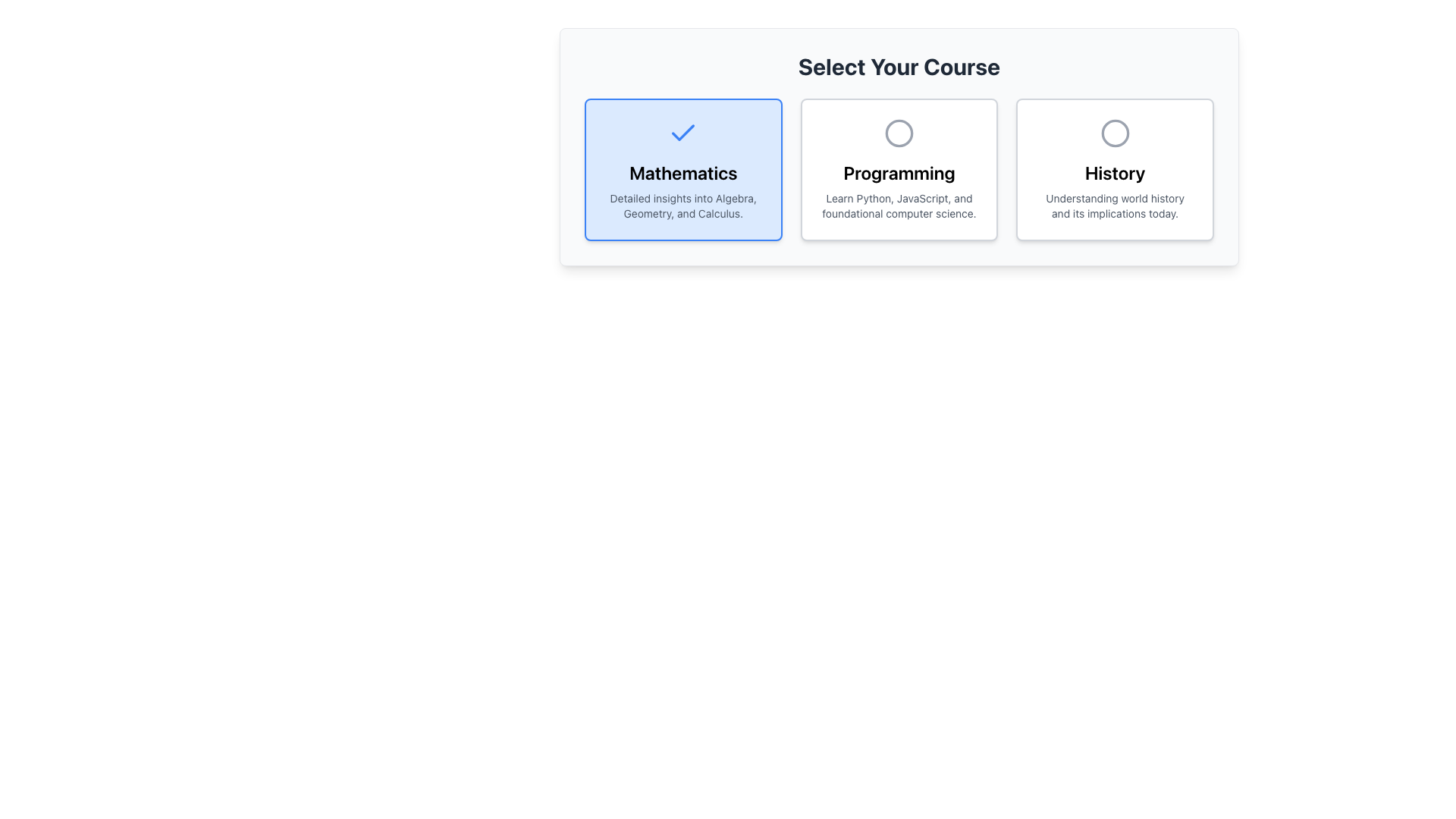 The height and width of the screenshot is (819, 1456). What do you see at coordinates (899, 206) in the screenshot?
I see `text block that contains 'Learn Python, JavaScript, and foundational computer science.' which is styled in a smaller font and located below the 'Programming' heading on the Programming card` at bounding box center [899, 206].